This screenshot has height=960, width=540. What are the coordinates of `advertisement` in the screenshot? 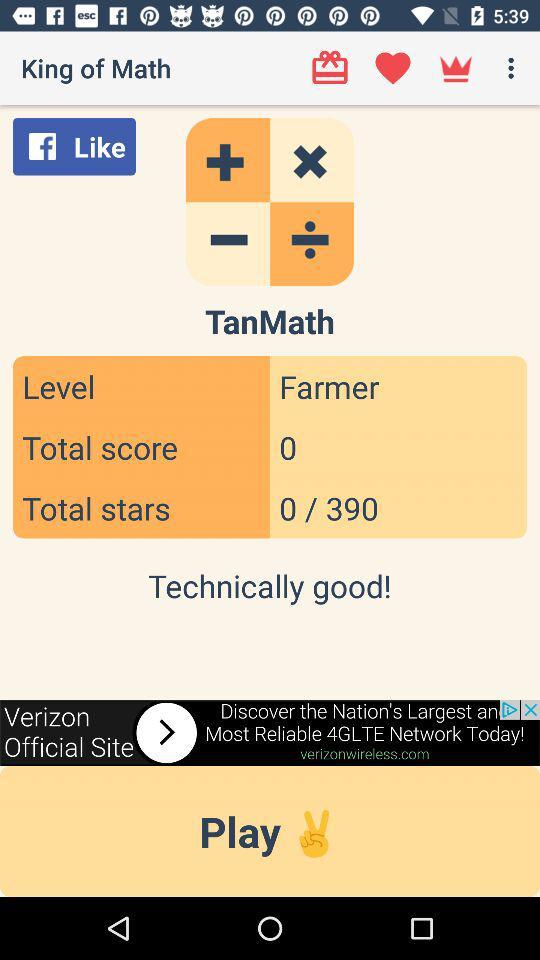 It's located at (270, 731).